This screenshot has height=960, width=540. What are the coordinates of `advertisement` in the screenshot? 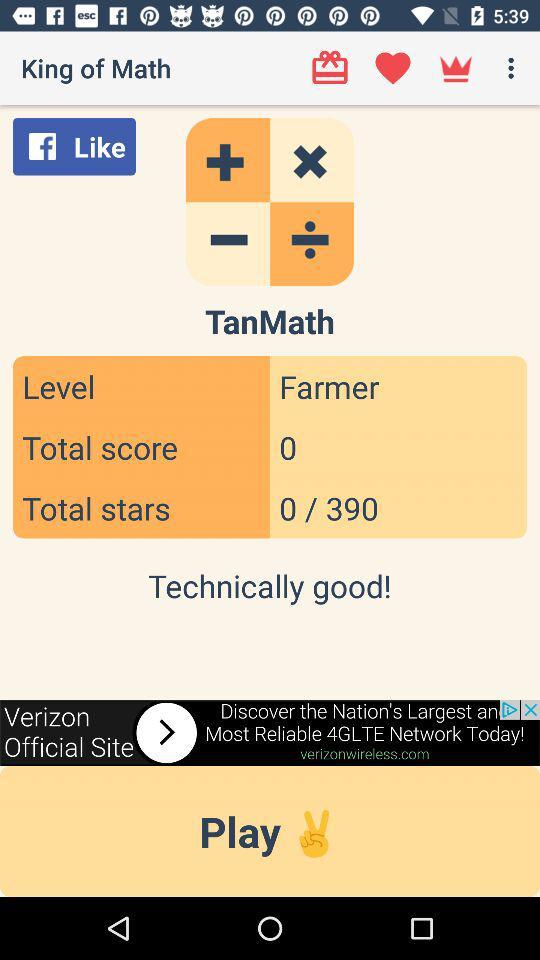 It's located at (270, 731).